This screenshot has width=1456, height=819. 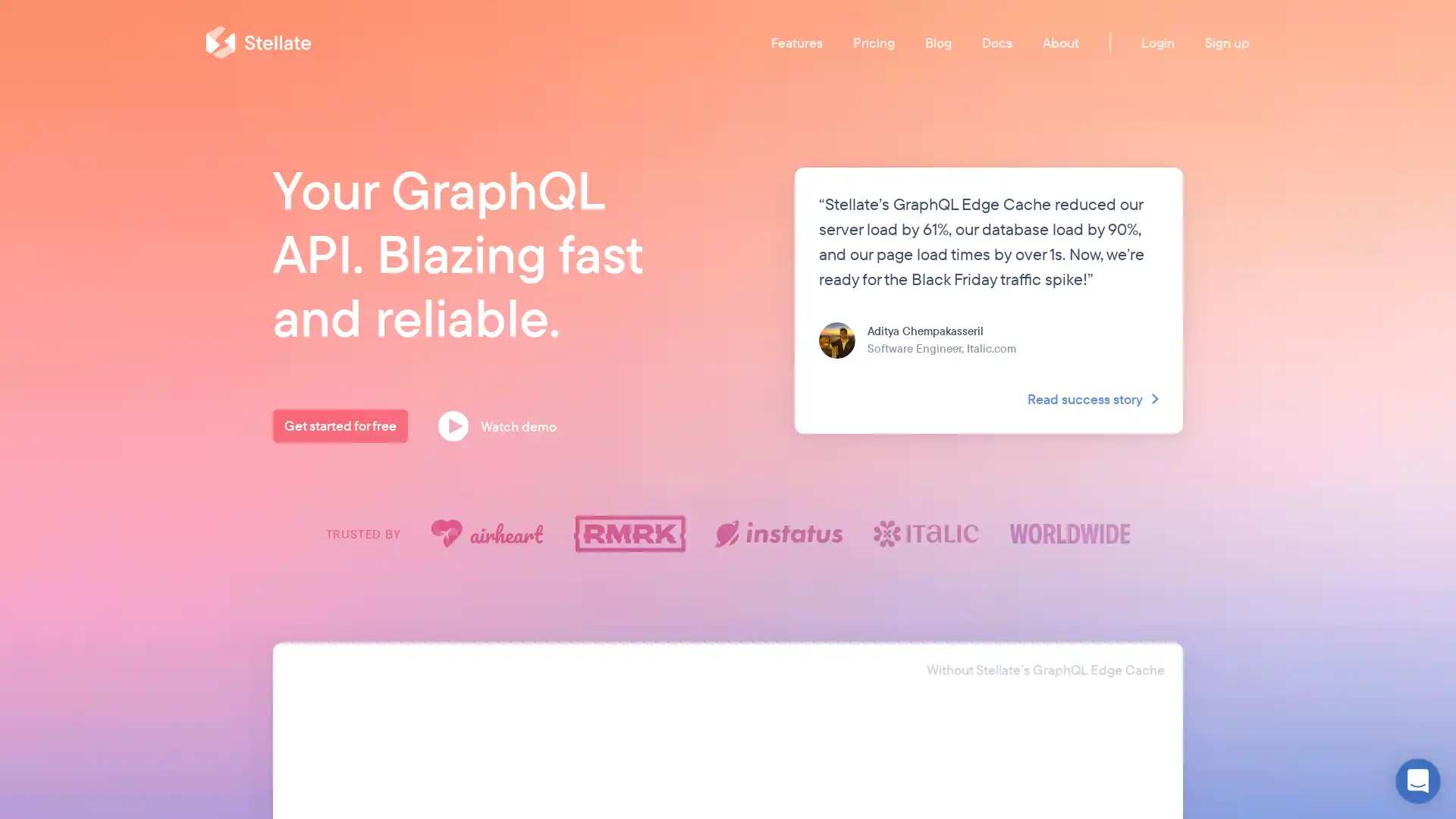 I want to click on Open Features' menu, so click(x=796, y=41).